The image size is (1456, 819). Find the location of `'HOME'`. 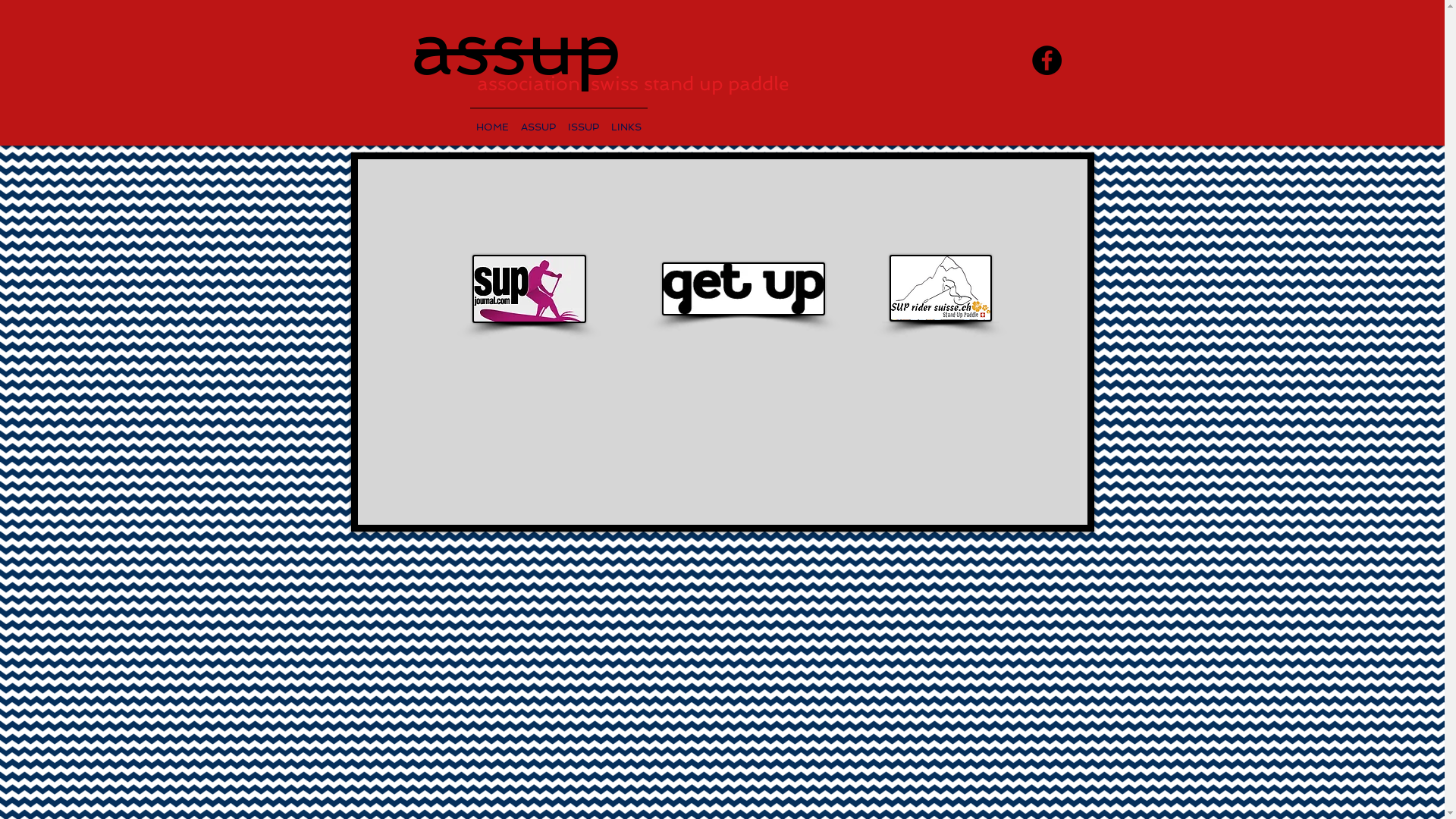

'HOME' is located at coordinates (492, 119).